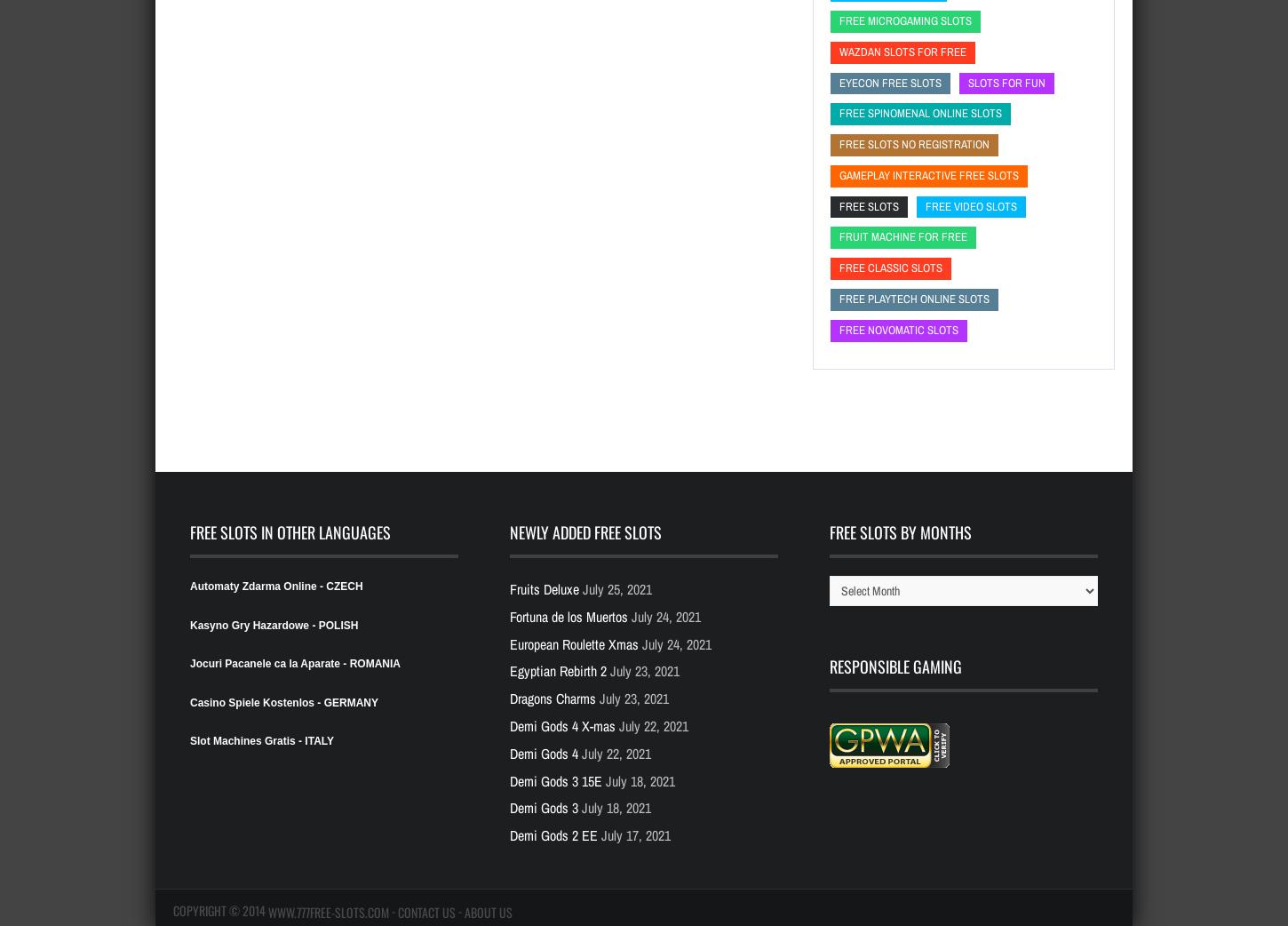 Image resolution: width=1288 pixels, height=926 pixels. I want to click on 'free video slots', so click(970, 204).